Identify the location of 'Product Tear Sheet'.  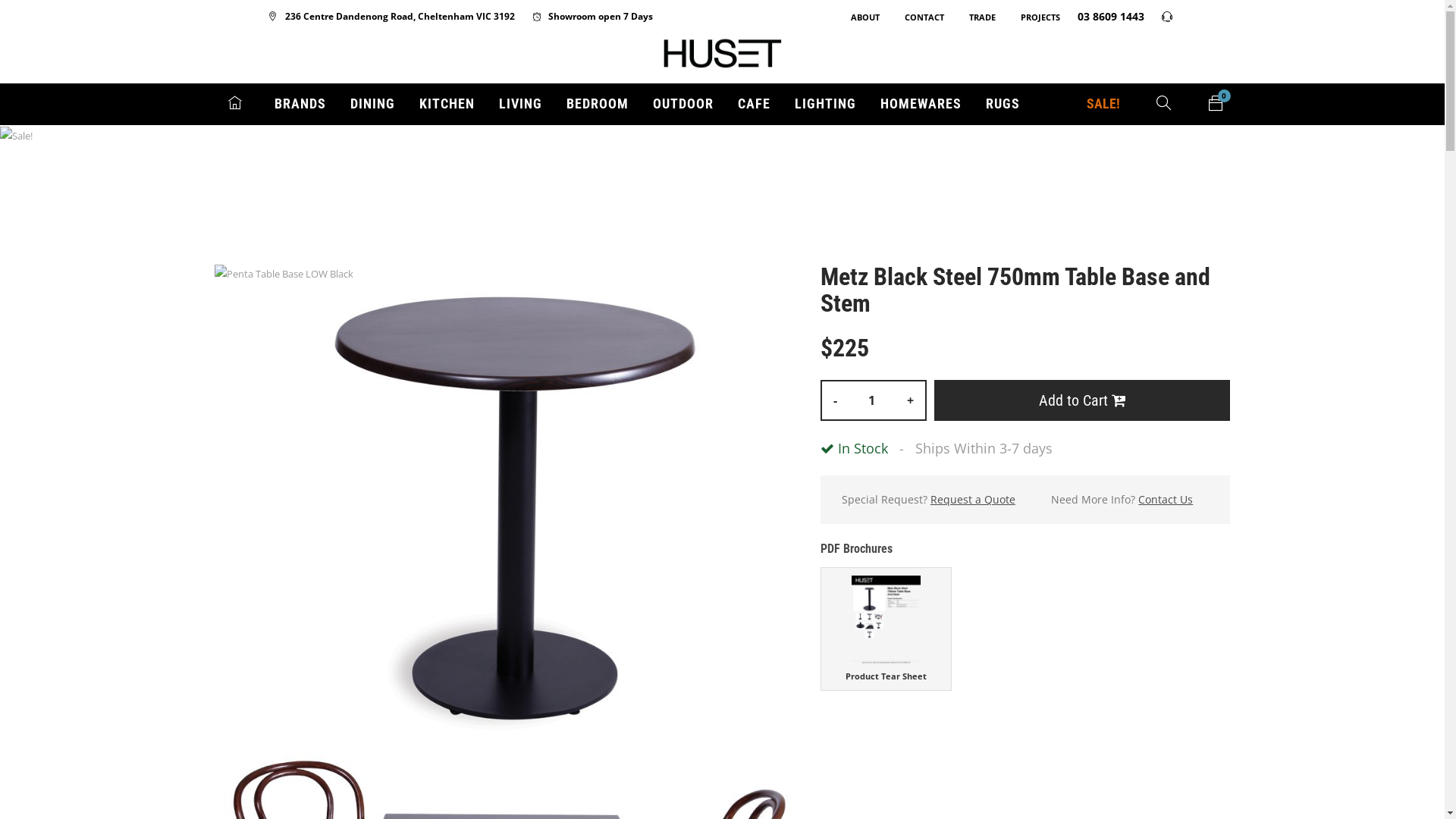
(886, 629).